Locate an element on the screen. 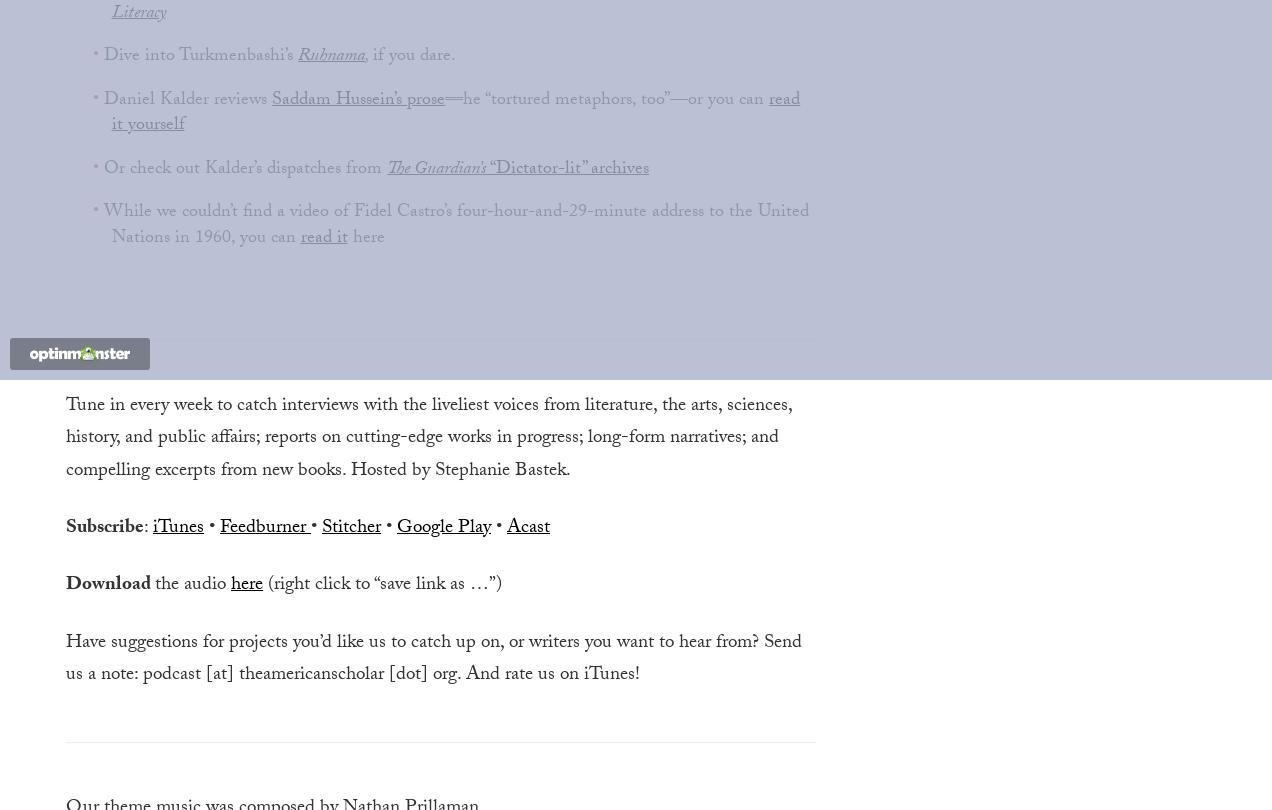 The image size is (1272, 810). '“Dictator-lit” archives' is located at coordinates (568, 169).